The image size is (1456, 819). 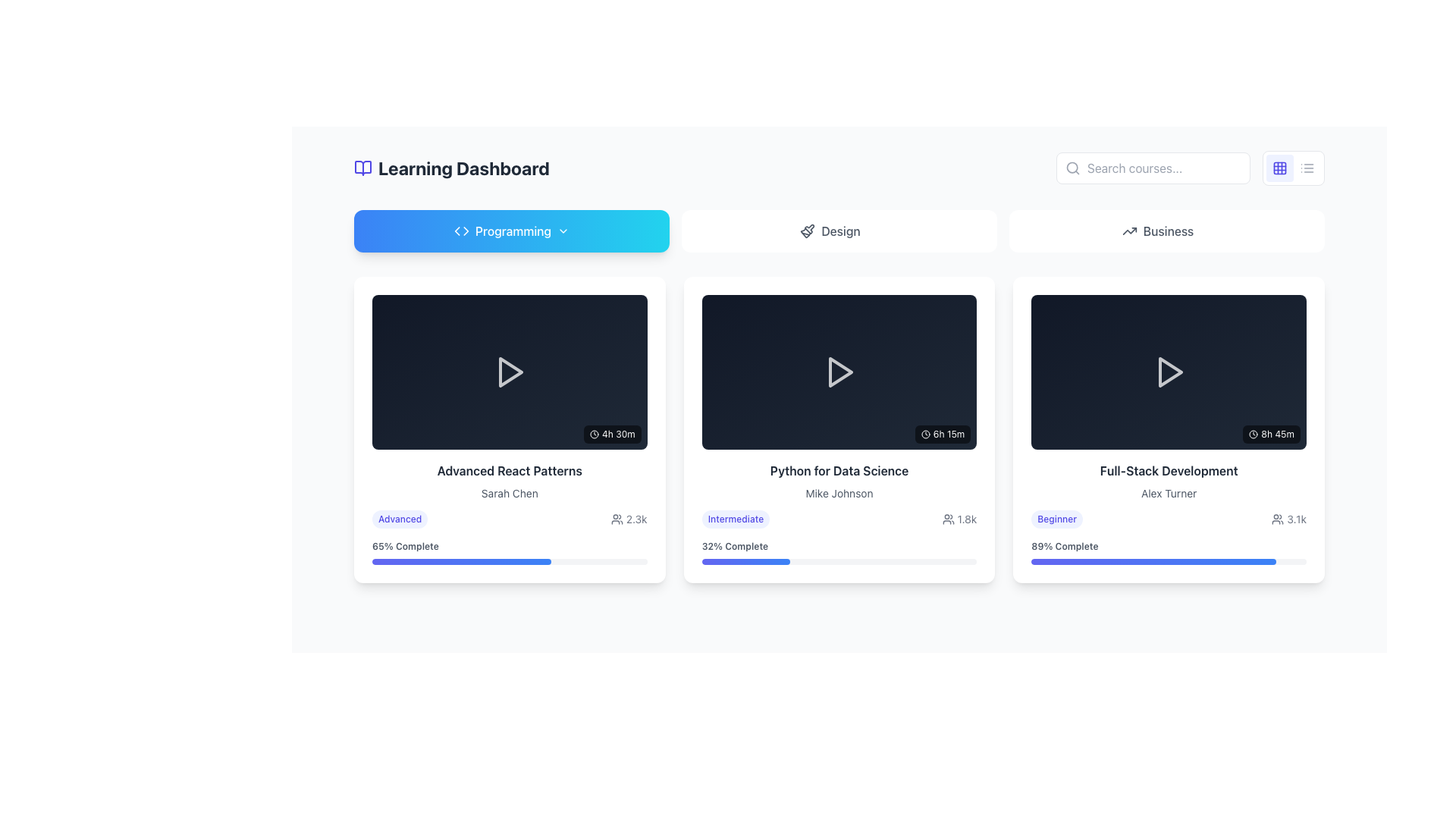 I want to click on the play icon button located centrally within the second card of the 'Programming' category to trigger visual effects, so click(x=839, y=372).